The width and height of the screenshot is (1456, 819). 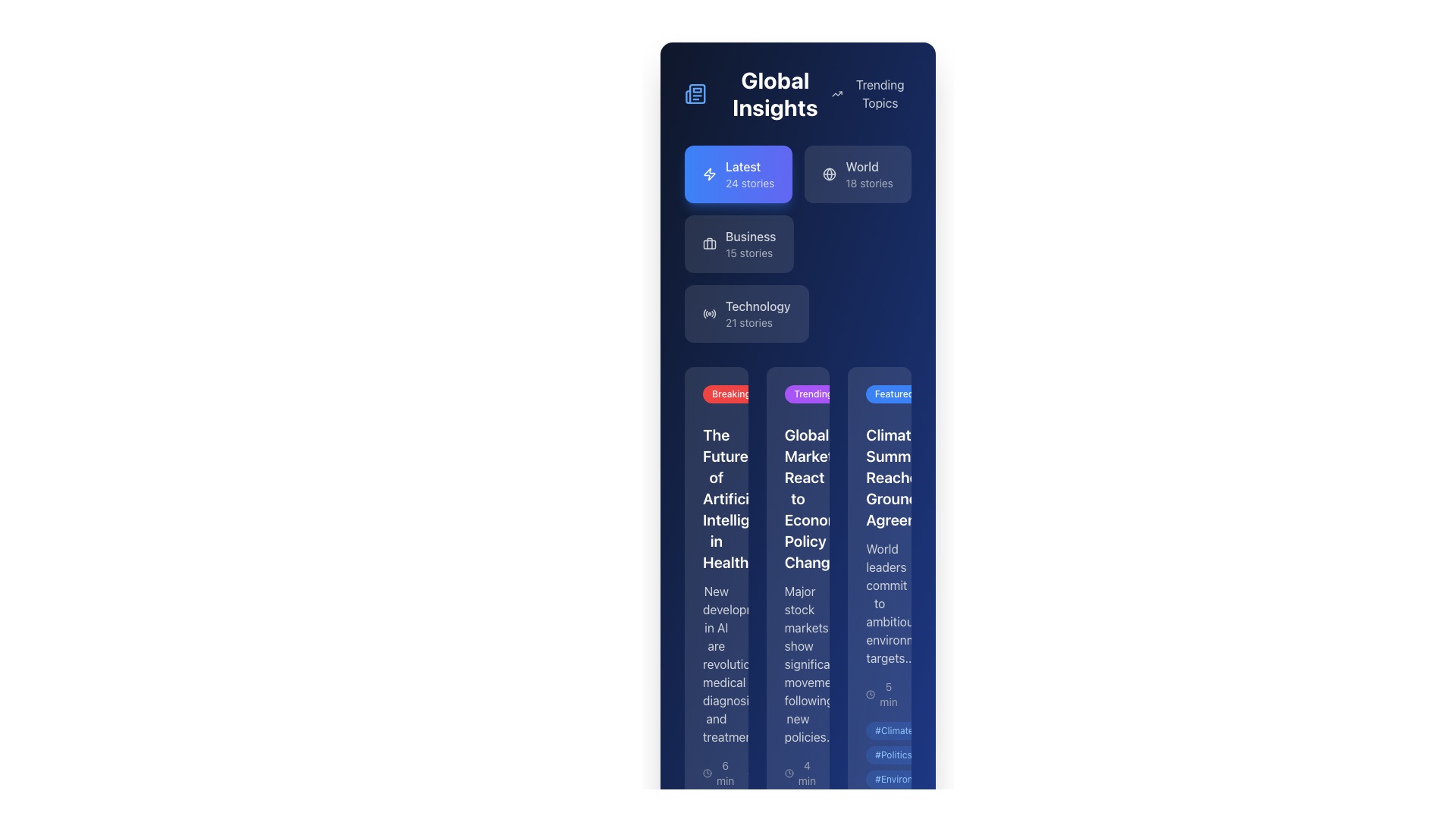 I want to click on text label displaying 'Business', which is a bold text element indicating emphasis within the application's blue color scheme, located between 'Latest' and 'Technology' categories under 'Global Insights', so click(x=751, y=237).